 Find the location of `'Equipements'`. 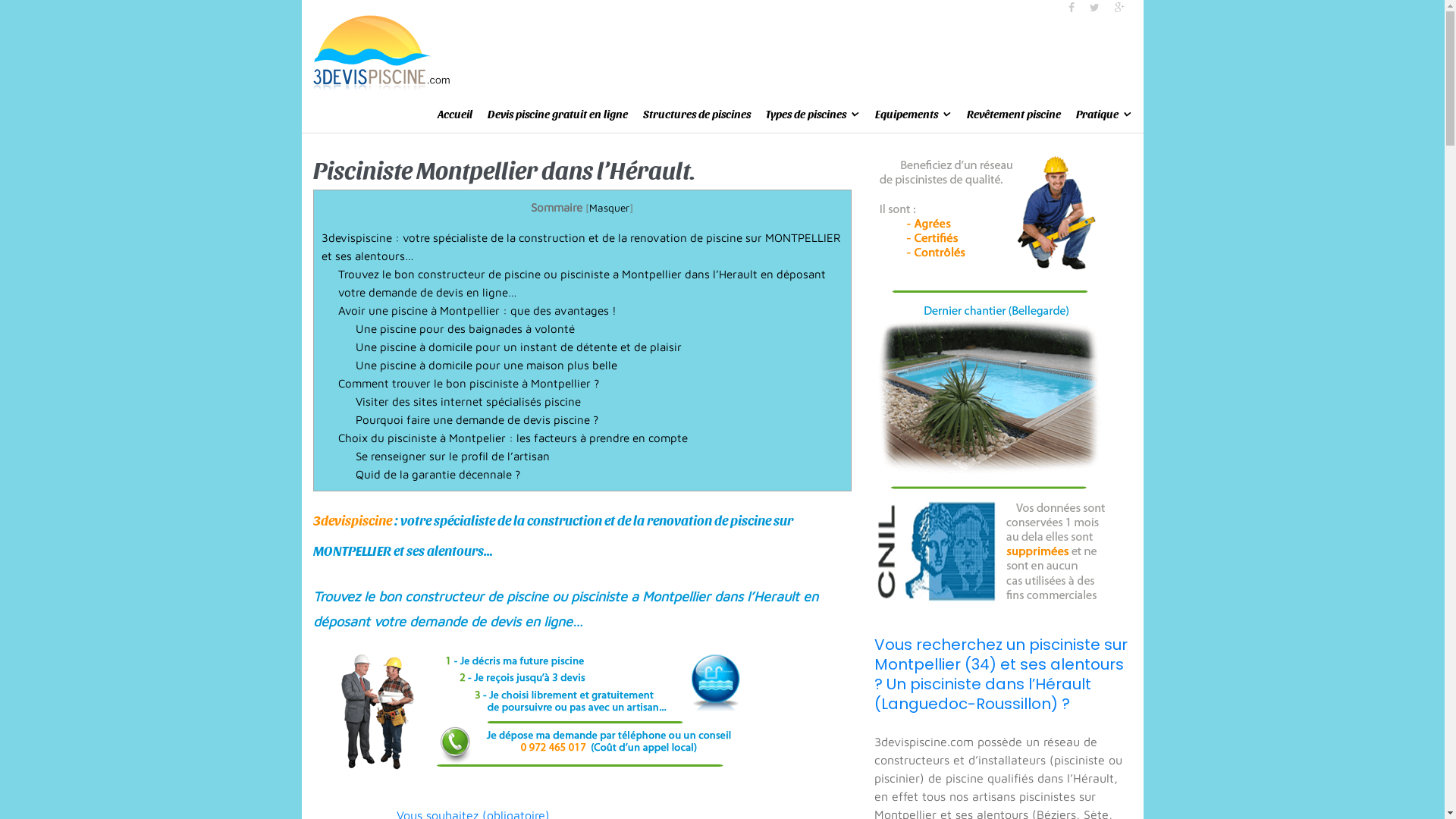

'Equipements' is located at coordinates (874, 113).